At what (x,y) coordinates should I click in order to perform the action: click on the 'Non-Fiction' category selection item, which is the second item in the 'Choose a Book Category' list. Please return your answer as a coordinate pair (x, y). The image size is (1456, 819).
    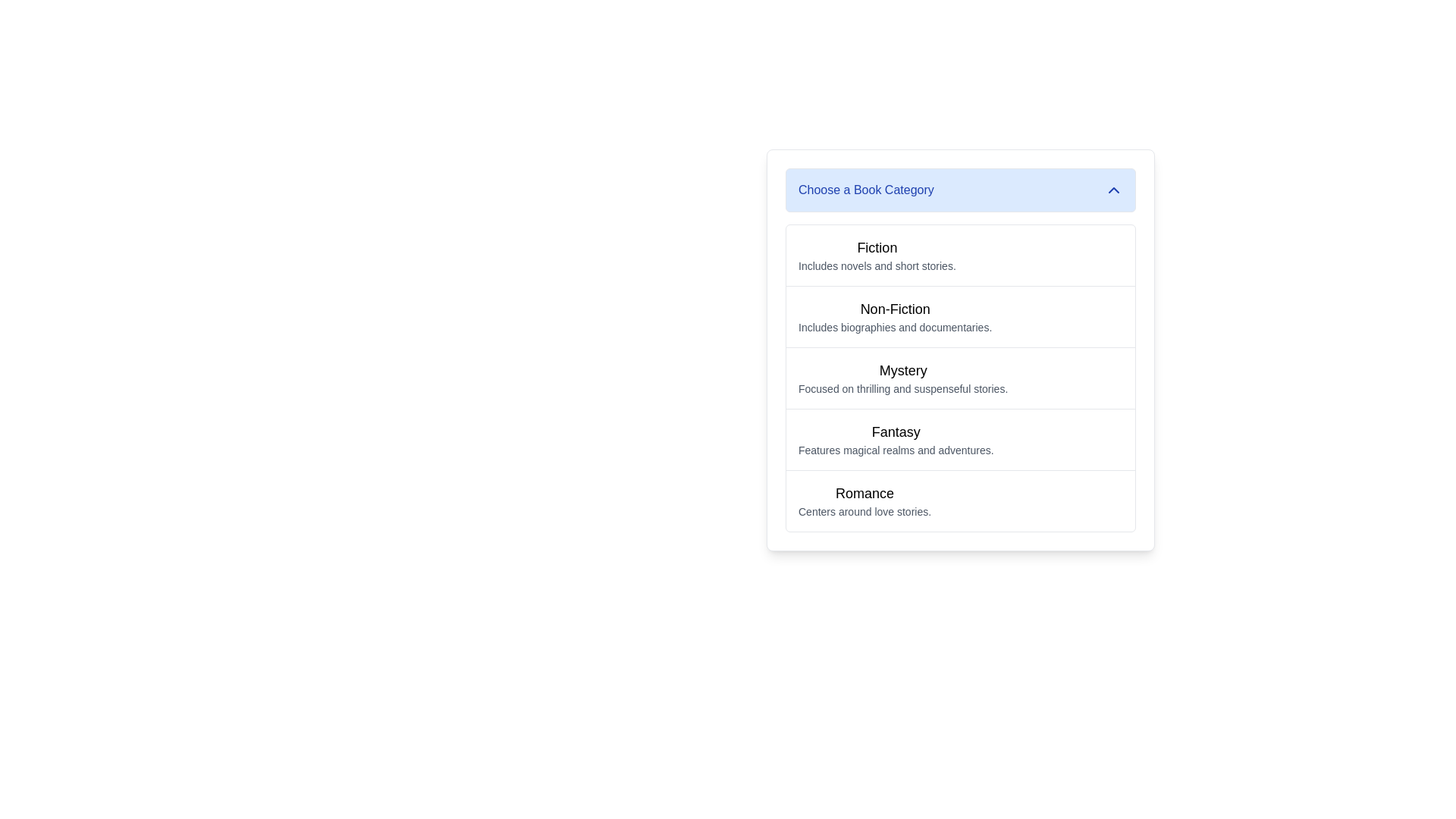
    Looking at the image, I should click on (960, 315).